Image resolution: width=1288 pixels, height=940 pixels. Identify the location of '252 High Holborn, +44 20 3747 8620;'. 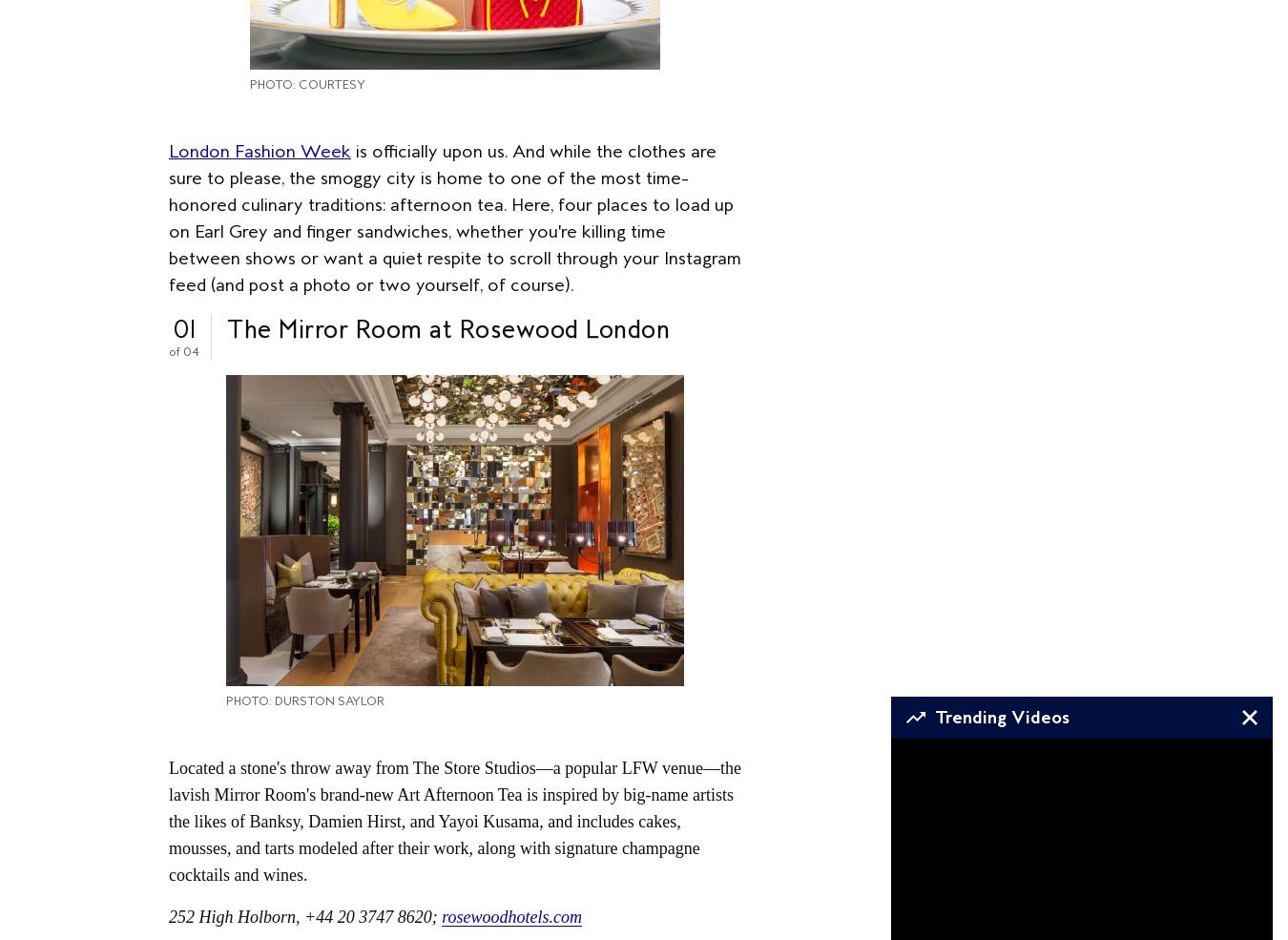
(303, 915).